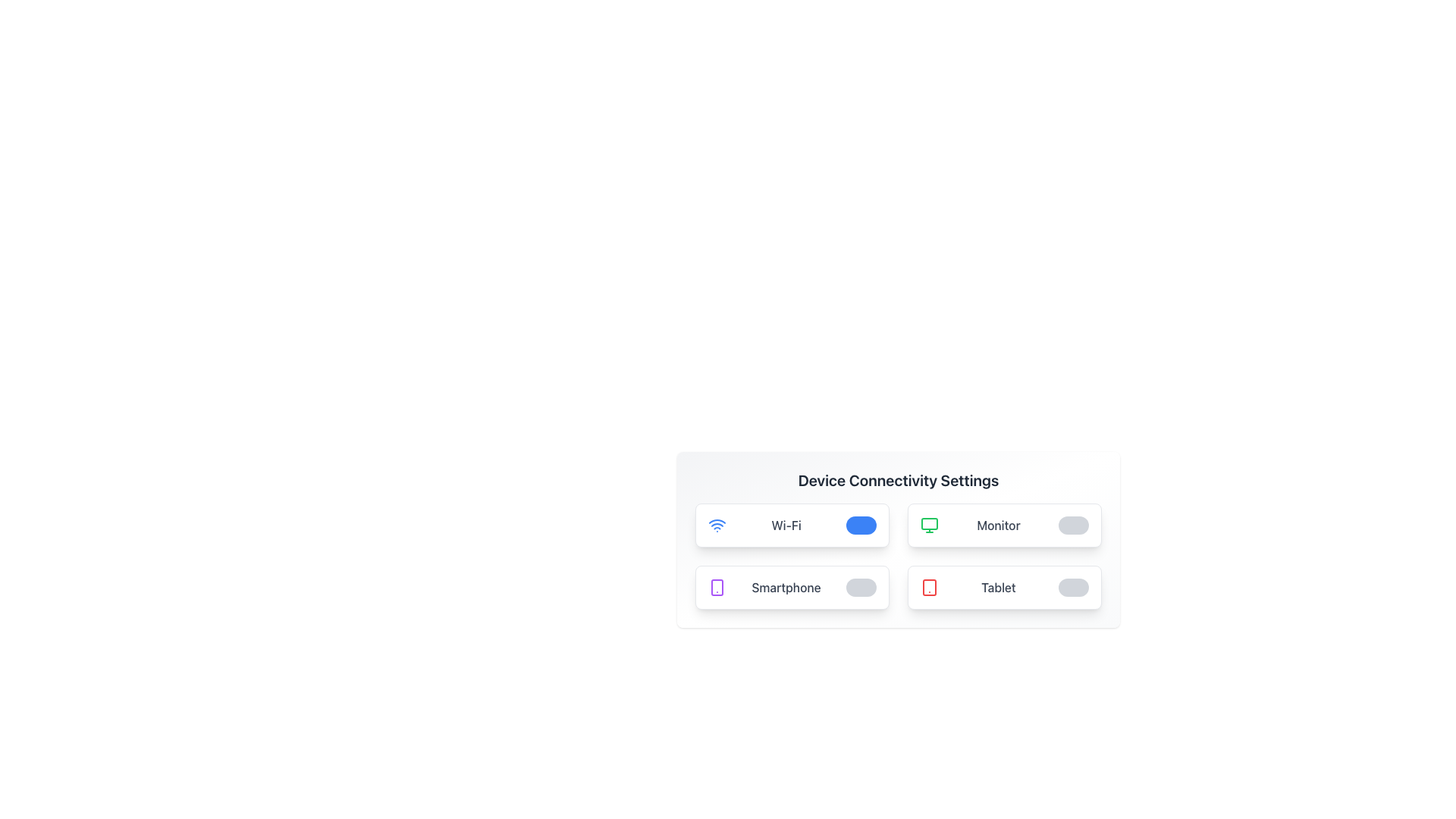  What do you see at coordinates (899, 480) in the screenshot?
I see `the Text header that serves as the title for the connectivity settings section, located above the option panels` at bounding box center [899, 480].